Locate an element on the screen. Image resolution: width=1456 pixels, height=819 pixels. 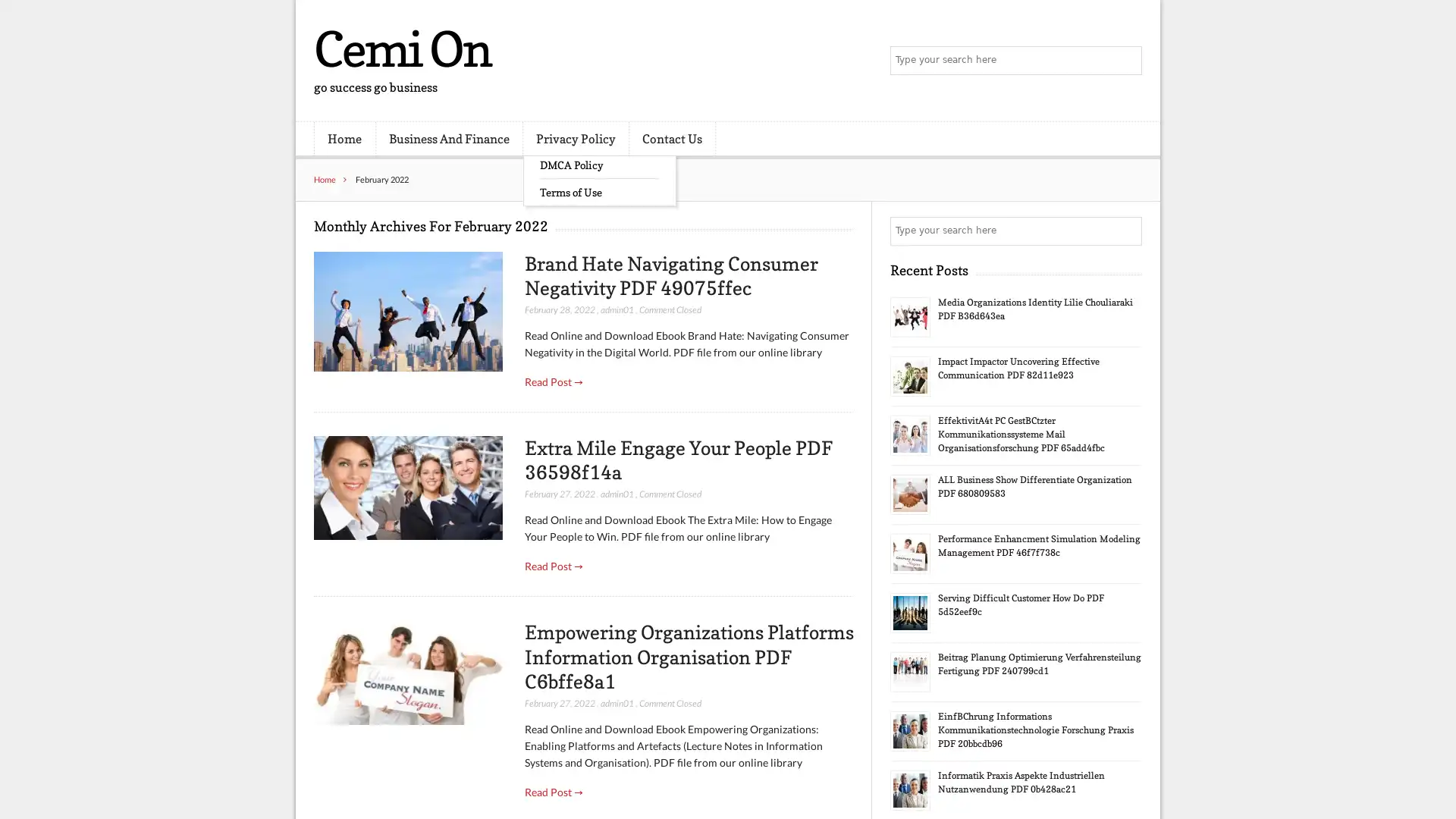
Search is located at coordinates (1126, 61).